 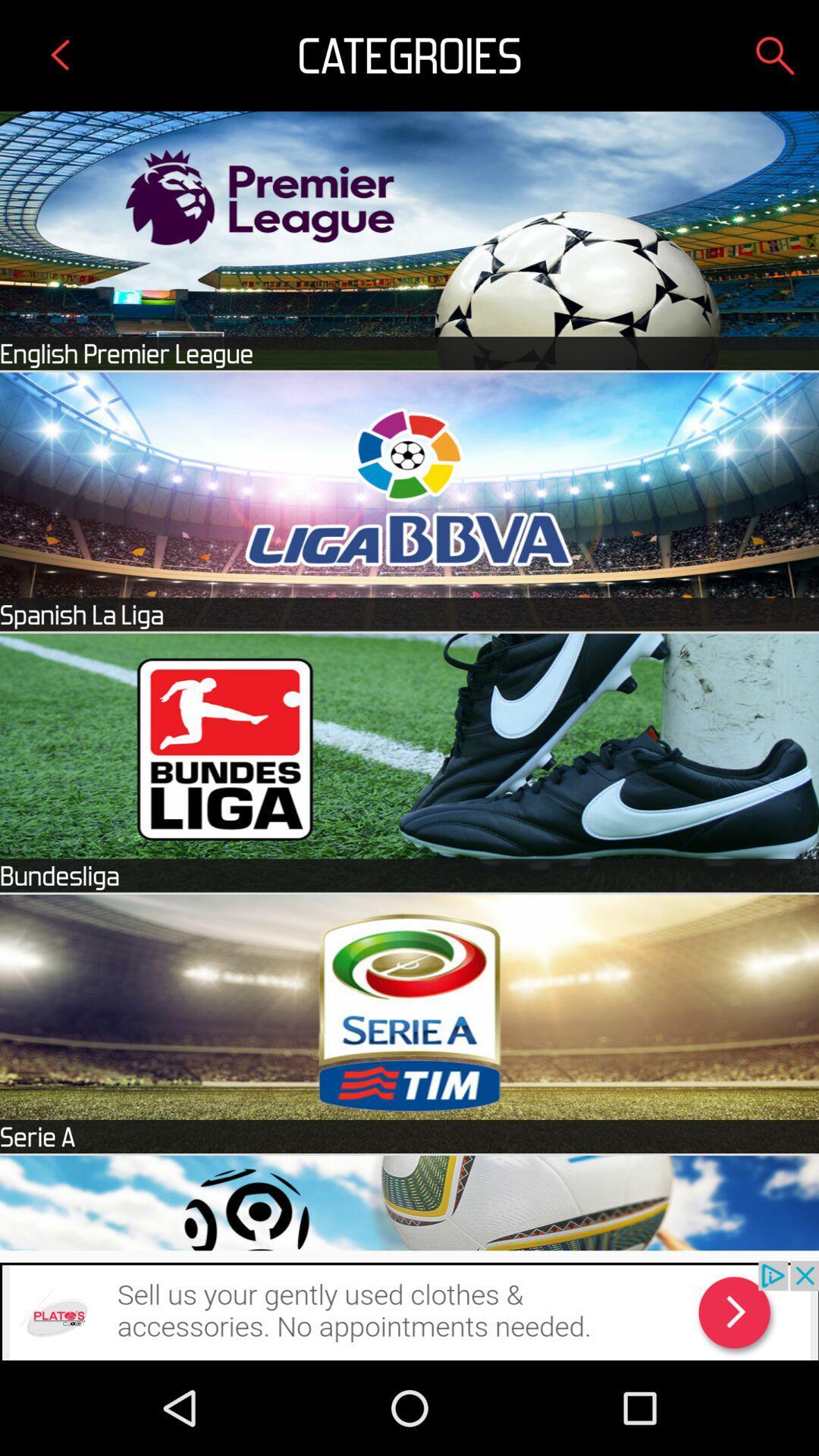 What do you see at coordinates (61, 55) in the screenshot?
I see `go back` at bounding box center [61, 55].